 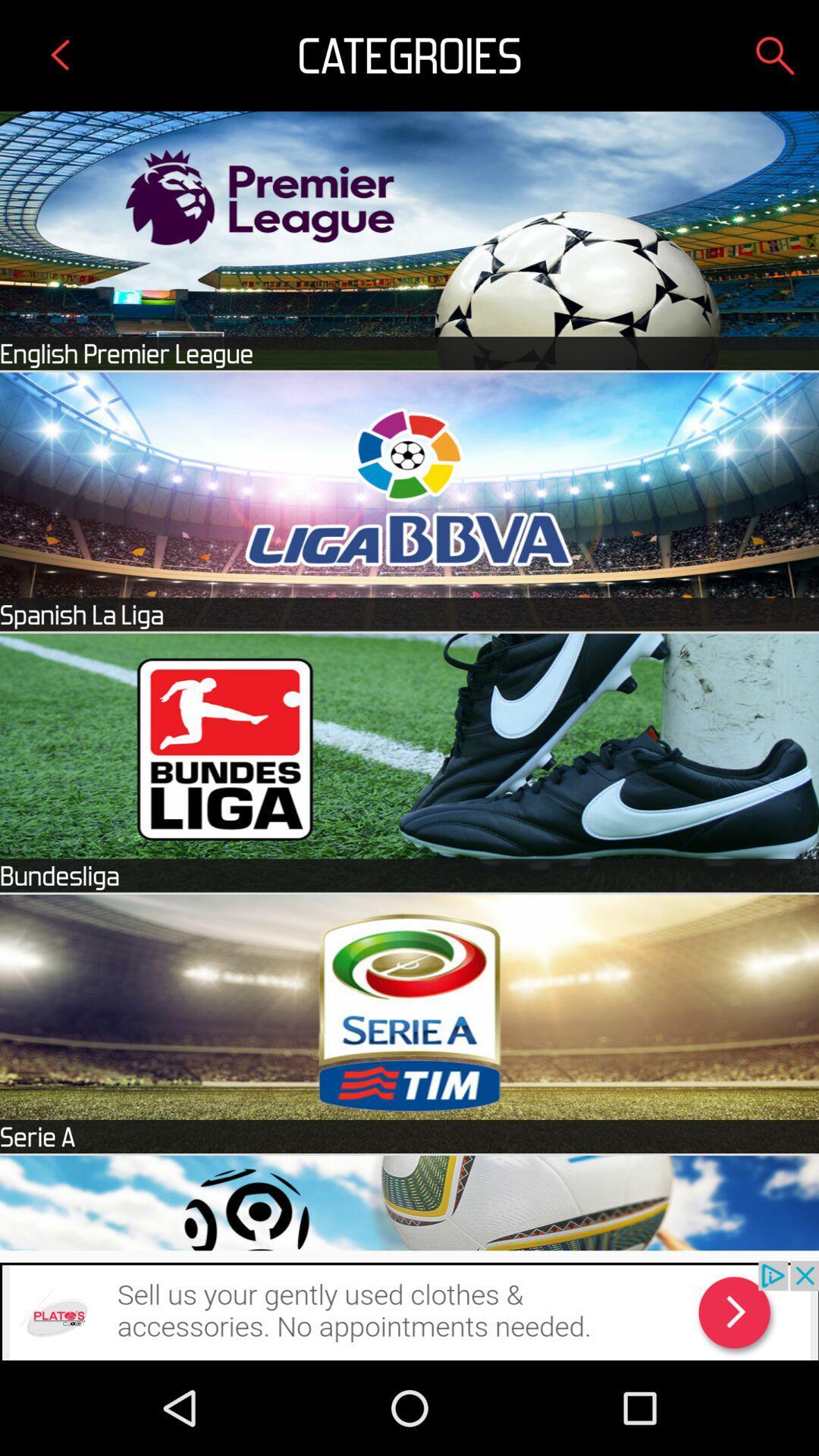 What do you see at coordinates (61, 55) in the screenshot?
I see `go back` at bounding box center [61, 55].